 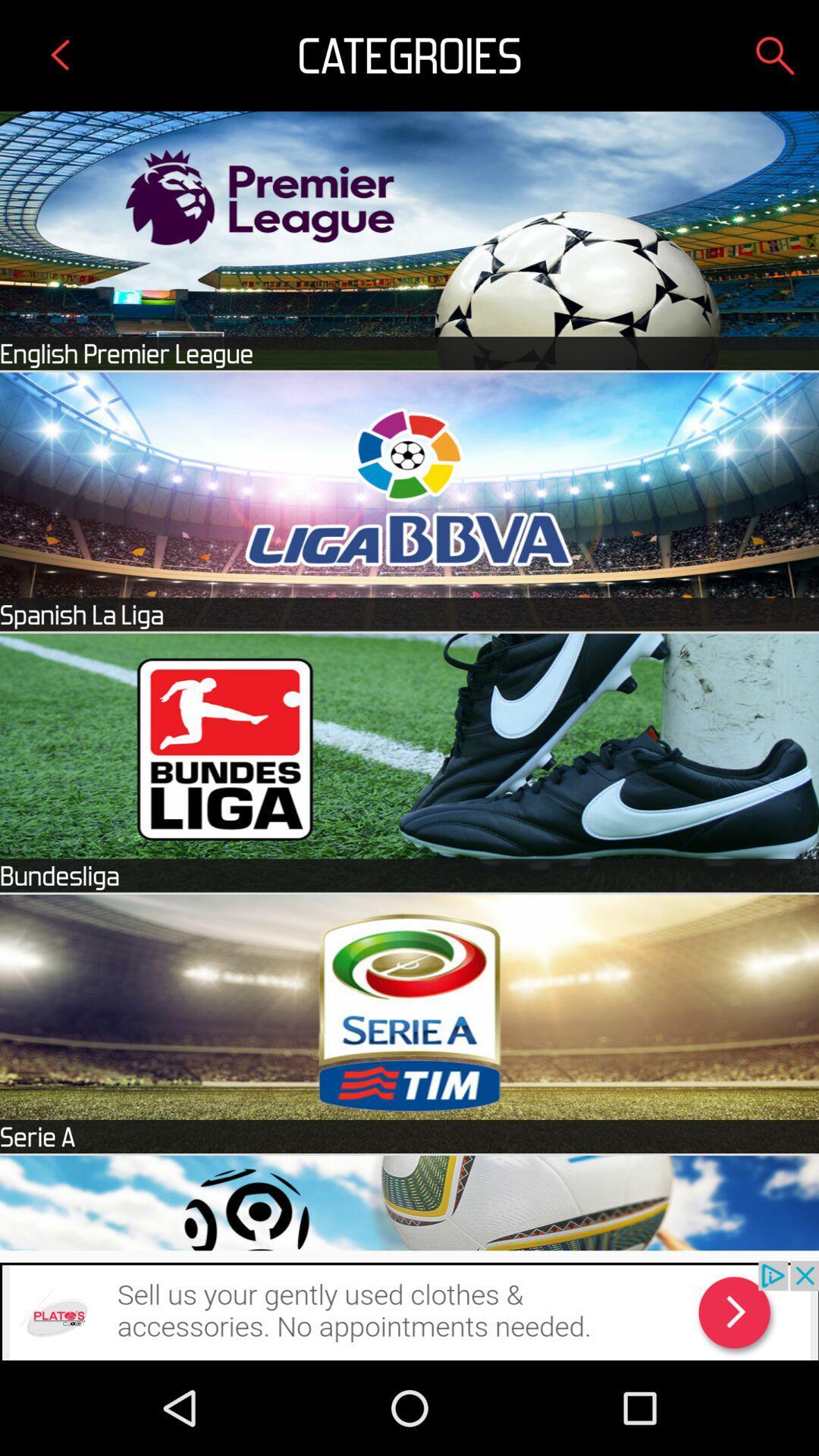 What do you see at coordinates (61, 55) in the screenshot?
I see `go back` at bounding box center [61, 55].